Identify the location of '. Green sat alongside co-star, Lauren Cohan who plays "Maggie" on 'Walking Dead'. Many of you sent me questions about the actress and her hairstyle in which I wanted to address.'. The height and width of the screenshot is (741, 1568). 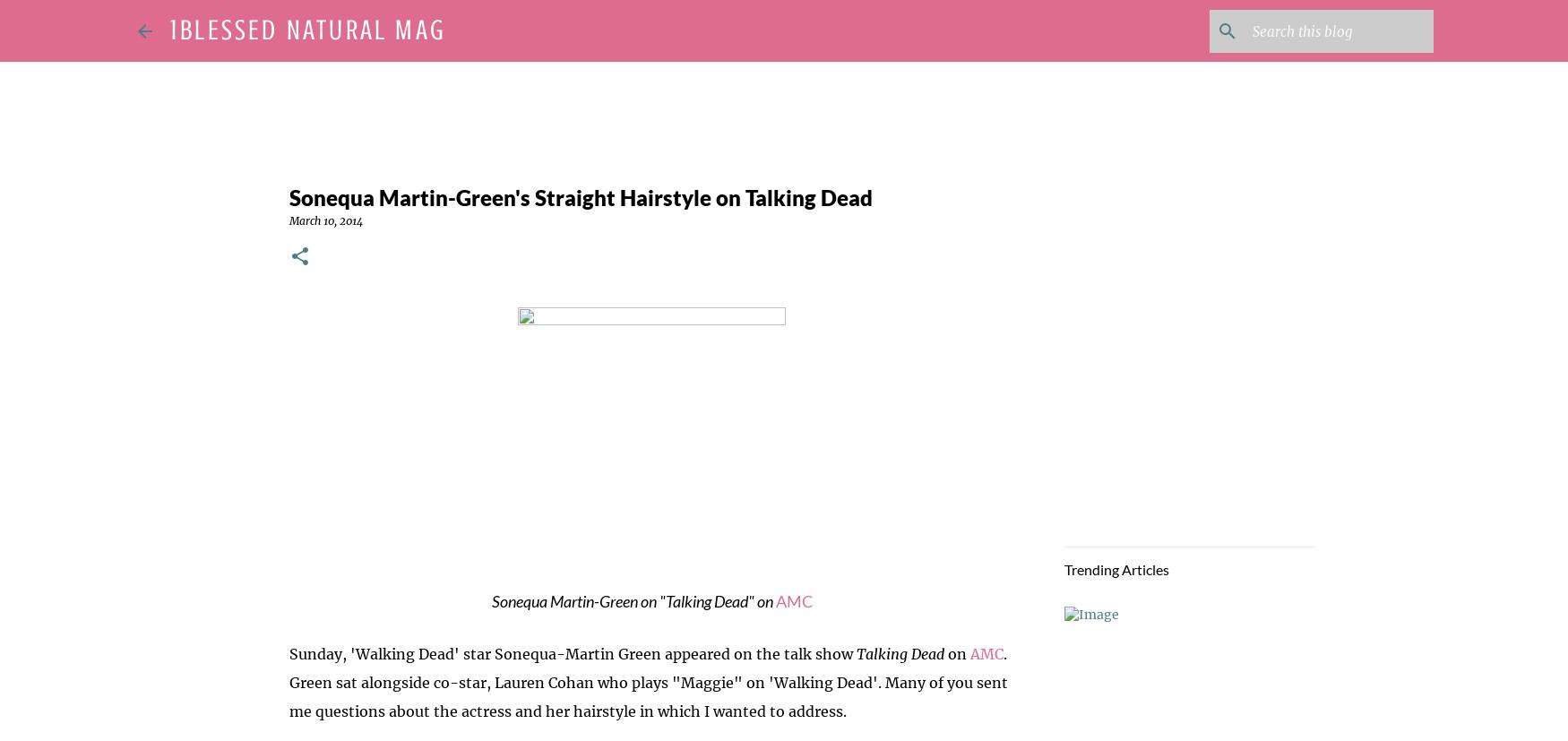
(647, 681).